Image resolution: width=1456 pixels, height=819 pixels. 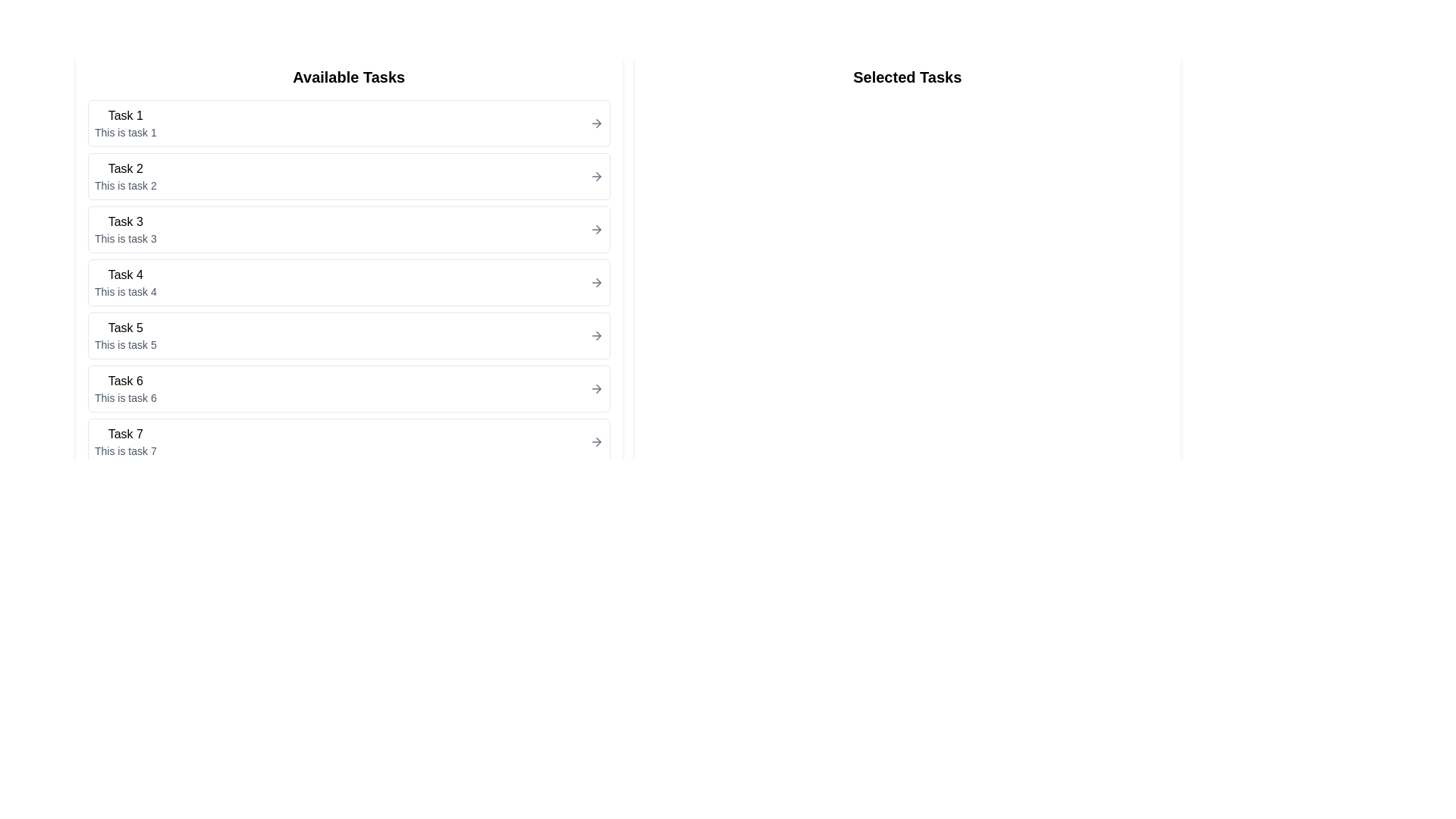 What do you see at coordinates (595, 441) in the screenshot?
I see `the arrow icon located to the right of 'Task 7' in the 'Available Tasks' list section` at bounding box center [595, 441].